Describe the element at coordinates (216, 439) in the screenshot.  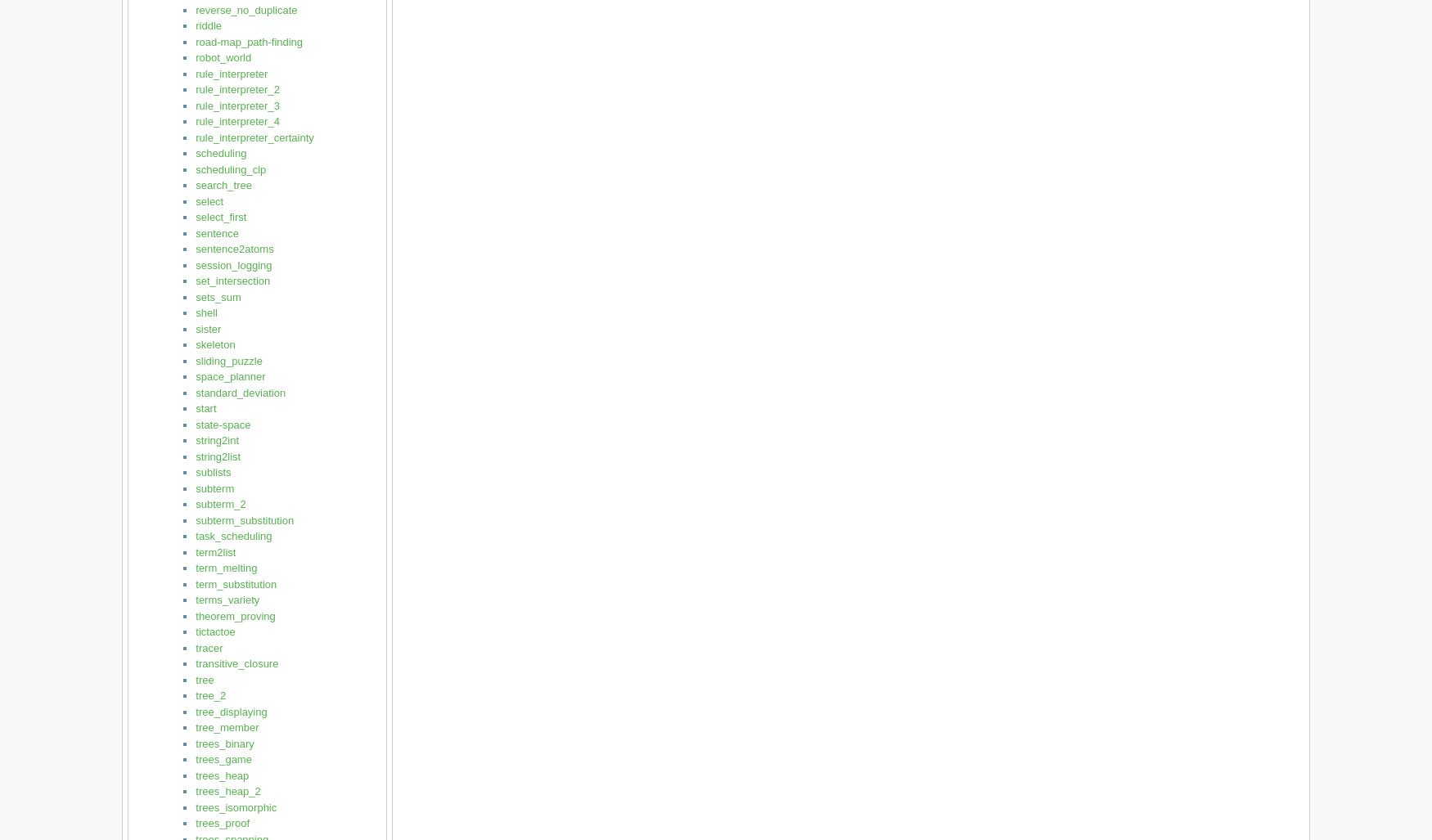
I see `'string2int'` at that location.